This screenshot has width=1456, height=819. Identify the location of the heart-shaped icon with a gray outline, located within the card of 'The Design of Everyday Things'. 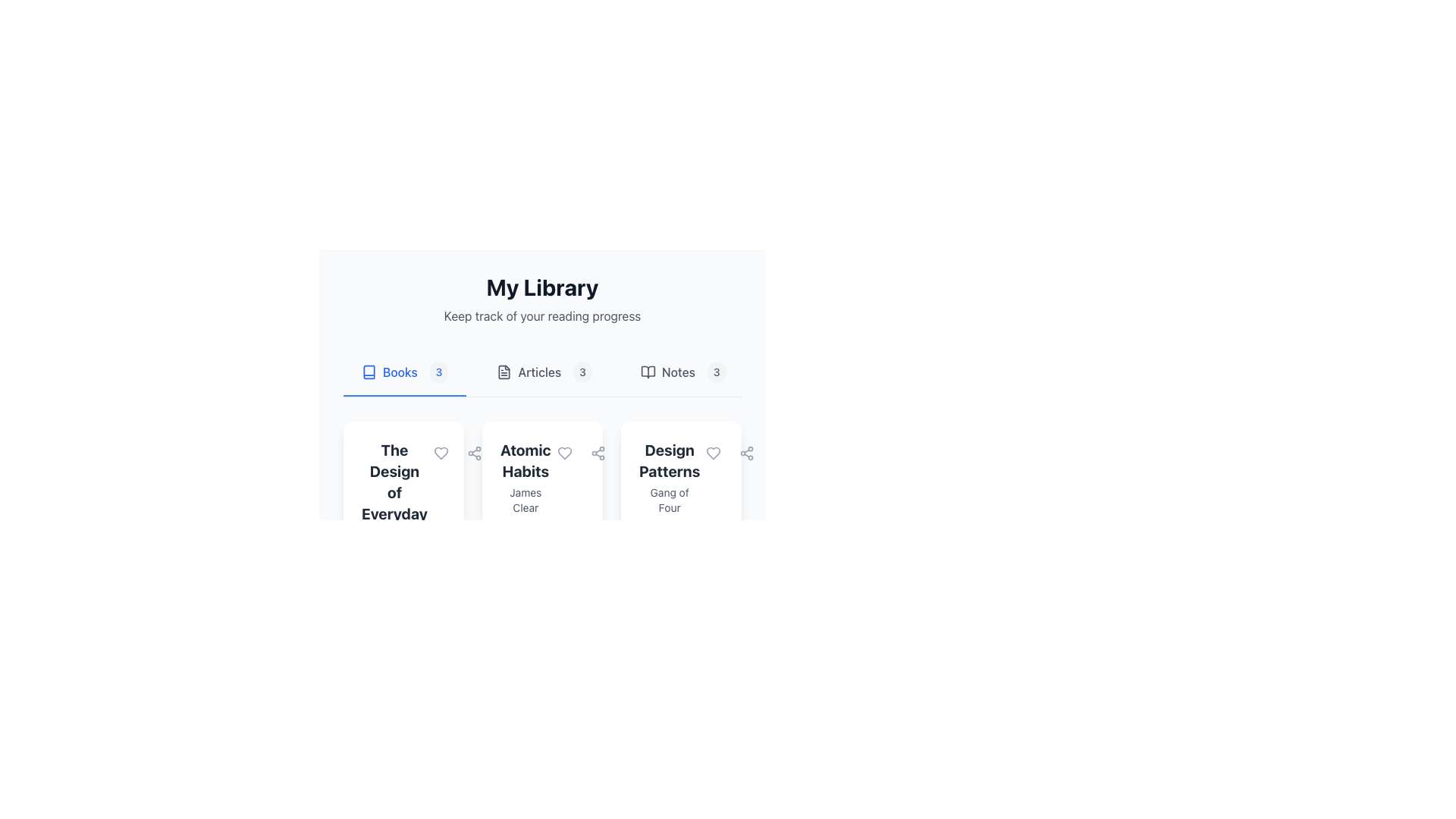
(440, 452).